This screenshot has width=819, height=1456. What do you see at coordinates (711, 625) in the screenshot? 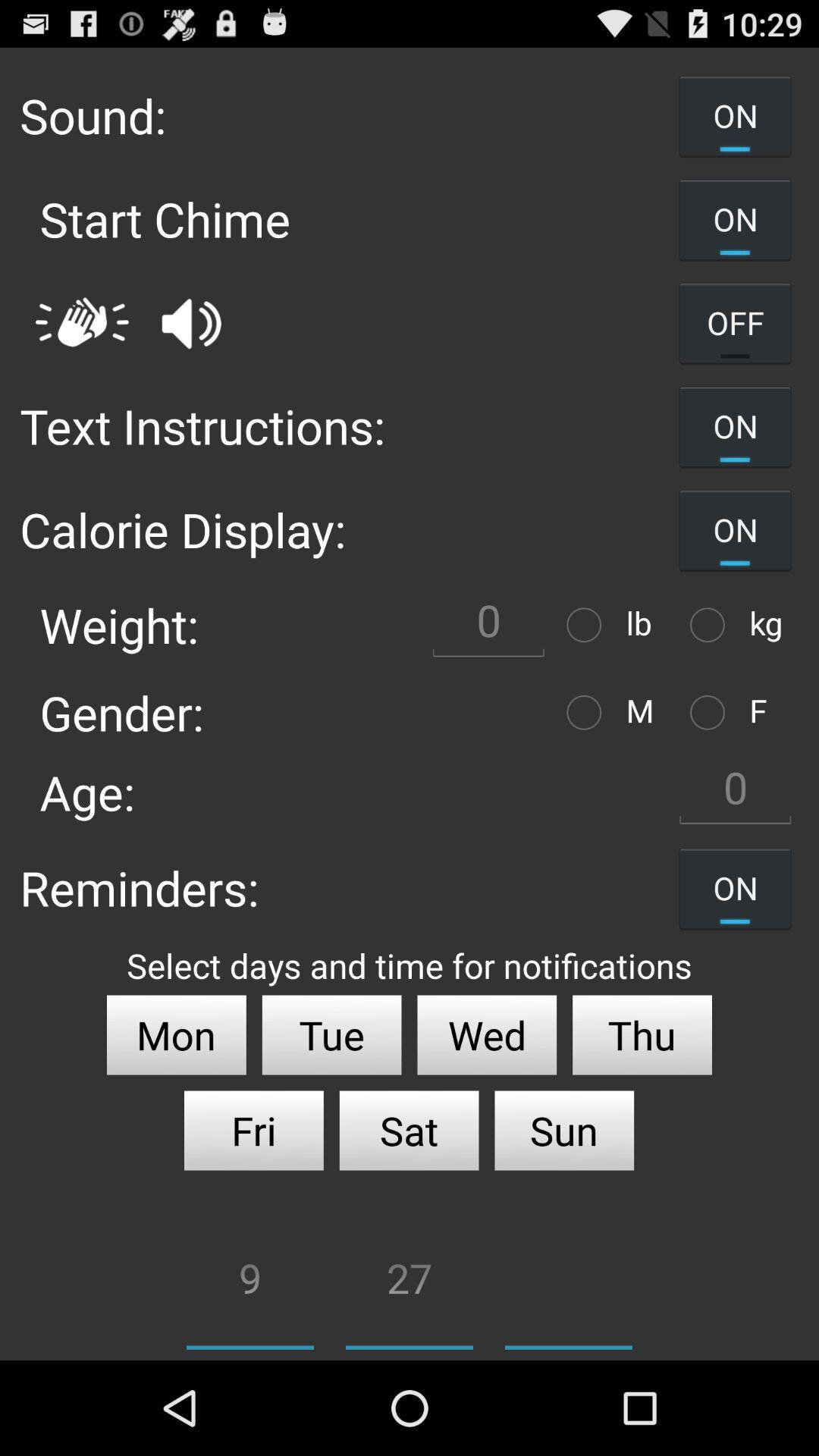
I see `option` at bounding box center [711, 625].